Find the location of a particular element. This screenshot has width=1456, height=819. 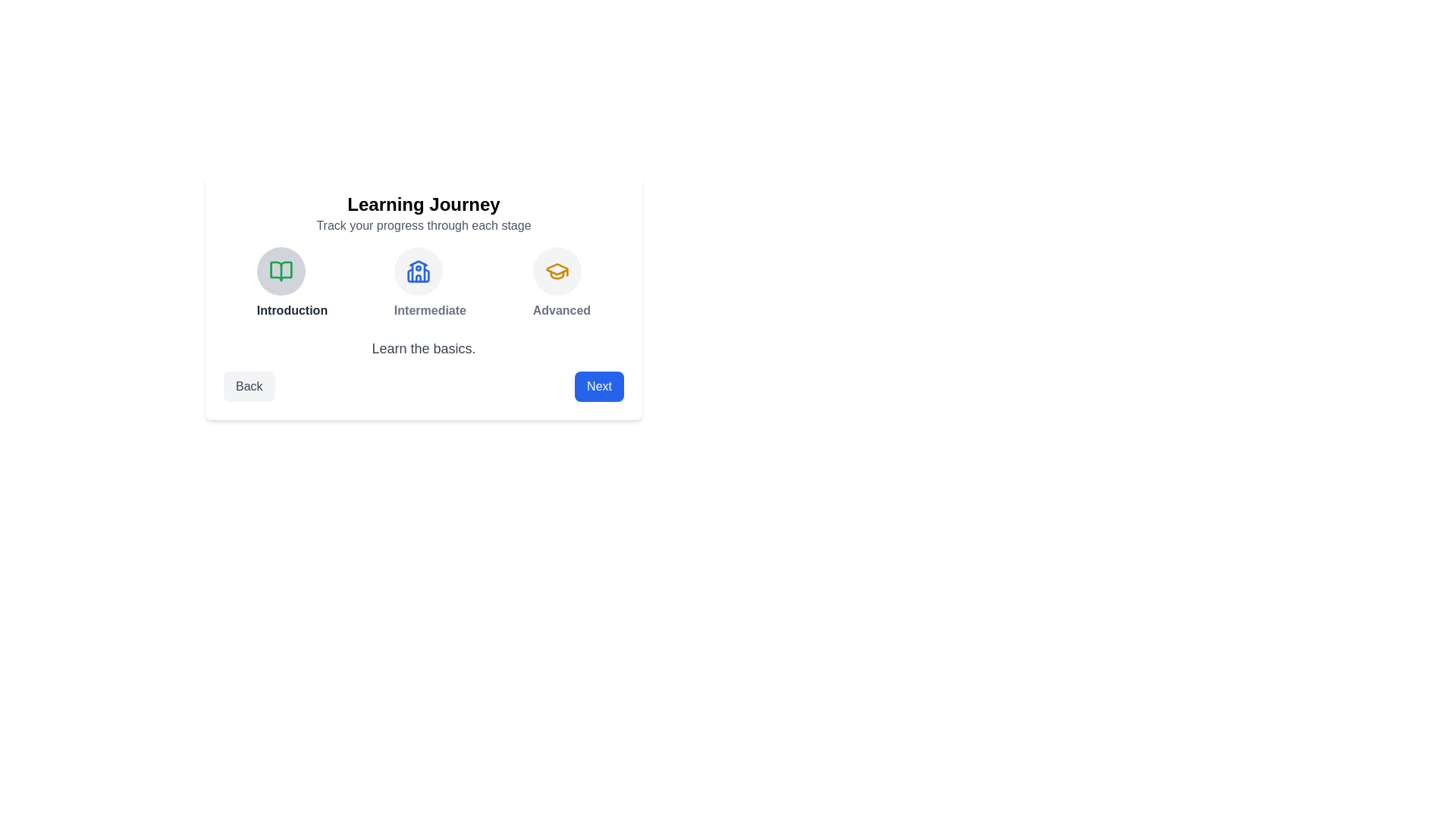

the step icon corresponding to Intermediate to navigate to that step is located at coordinates (418, 271).